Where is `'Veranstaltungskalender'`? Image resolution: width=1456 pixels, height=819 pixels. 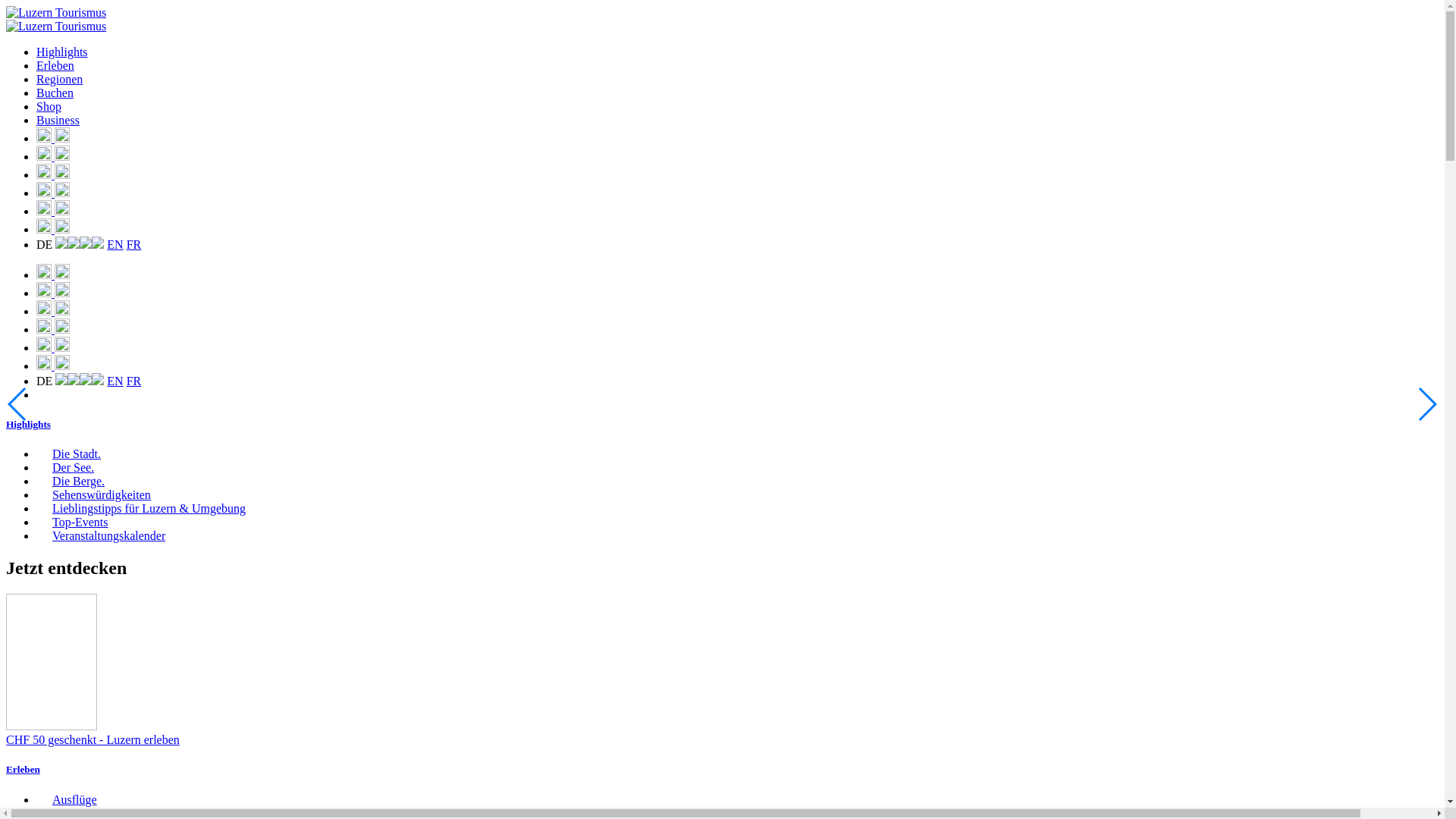
'Veranstaltungskalender' is located at coordinates (100, 535).